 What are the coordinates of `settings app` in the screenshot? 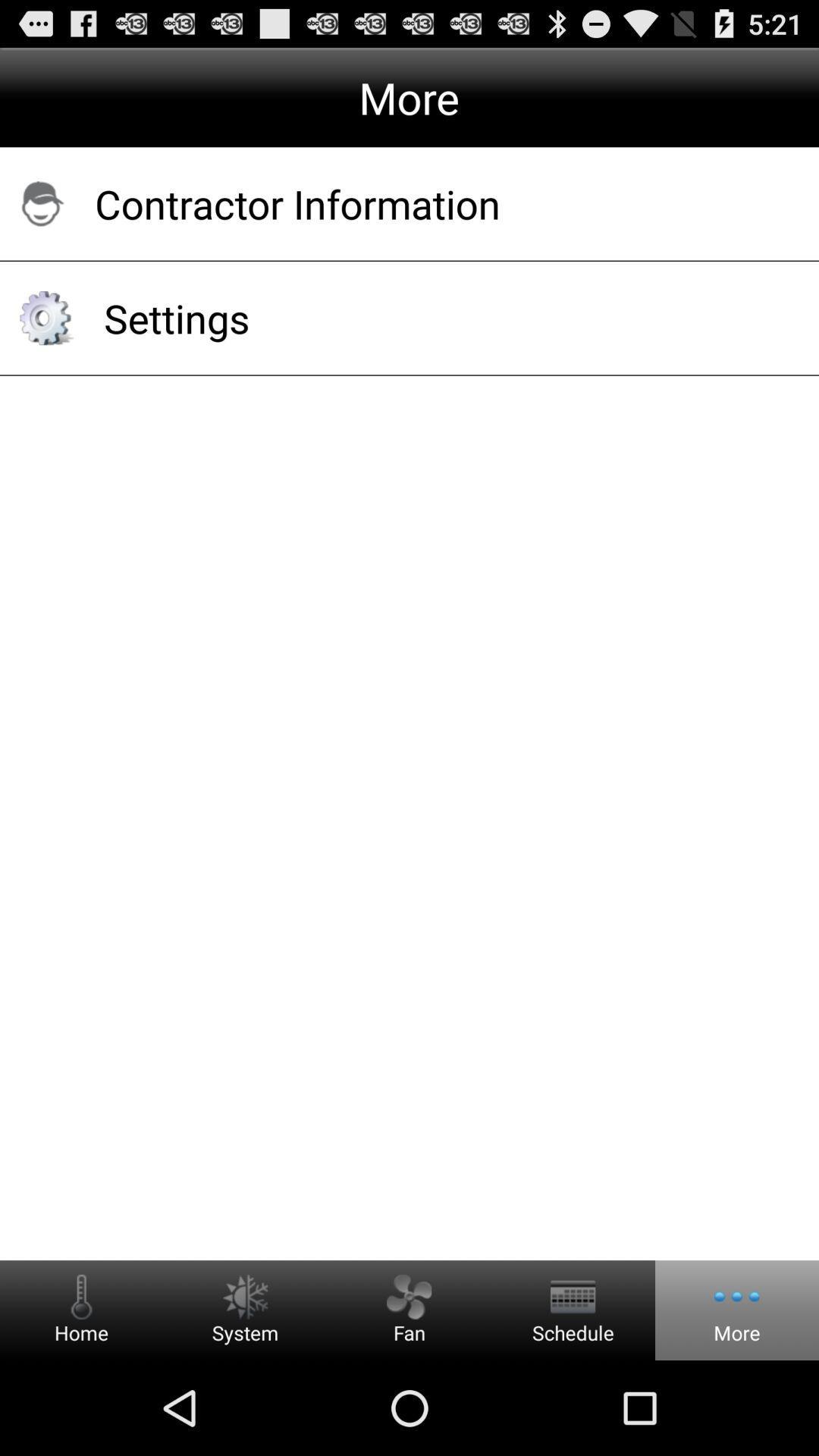 It's located at (441, 317).